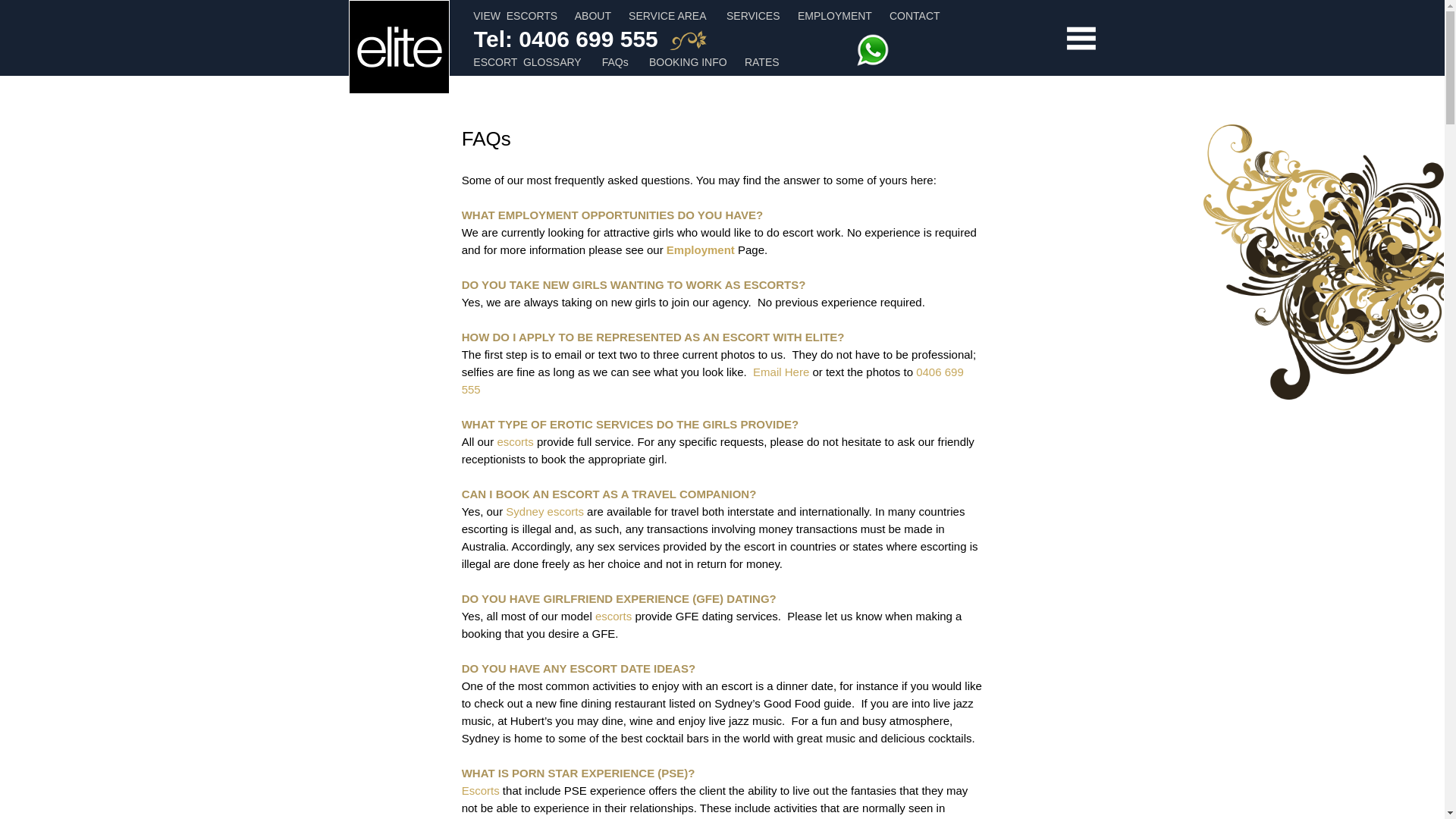  Describe the element at coordinates (479, 789) in the screenshot. I see `'Escorts'` at that location.